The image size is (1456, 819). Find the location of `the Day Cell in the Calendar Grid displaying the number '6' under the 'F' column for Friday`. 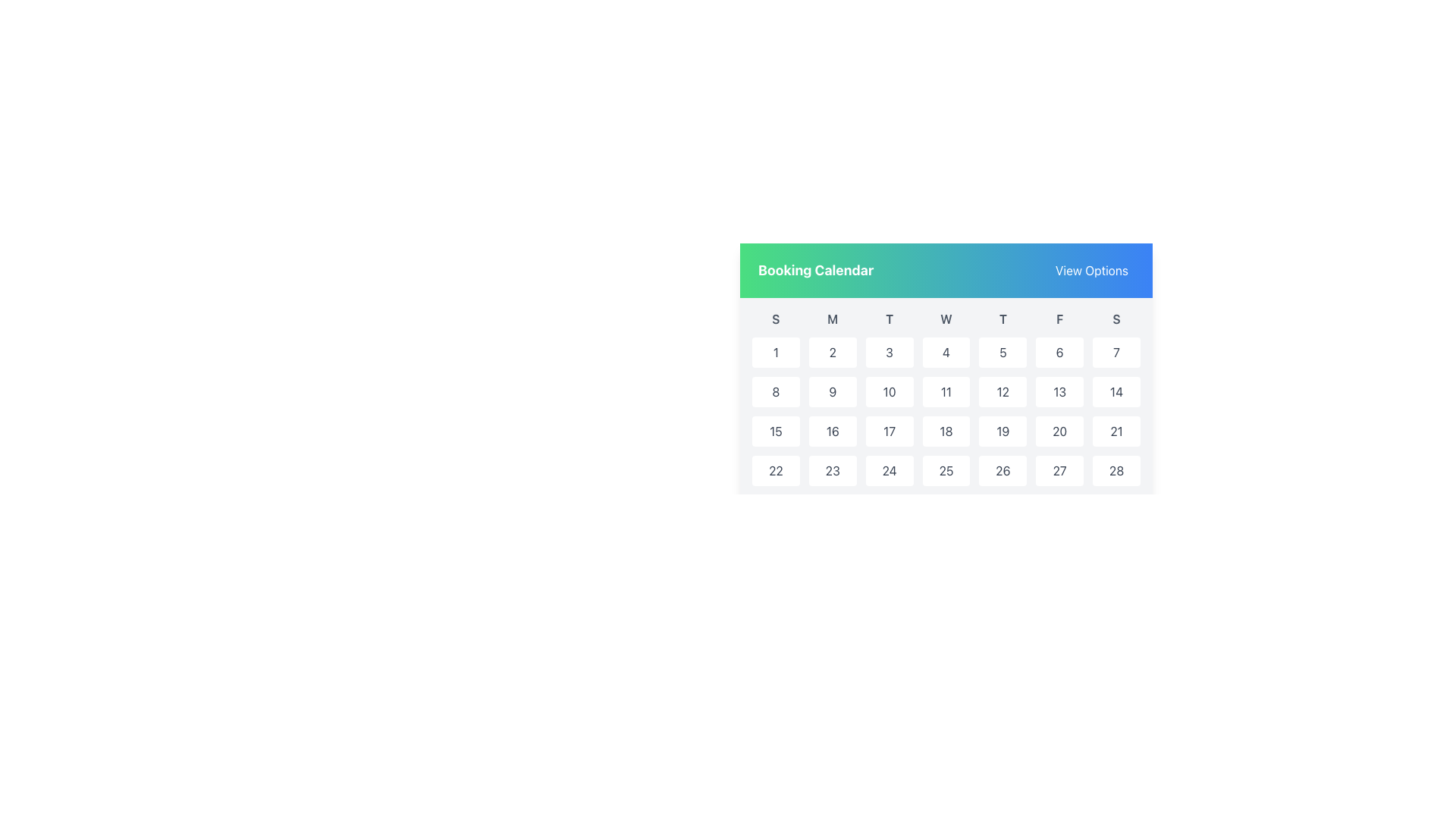

the Day Cell in the Calendar Grid displaying the number '6' under the 'F' column for Friday is located at coordinates (1059, 353).